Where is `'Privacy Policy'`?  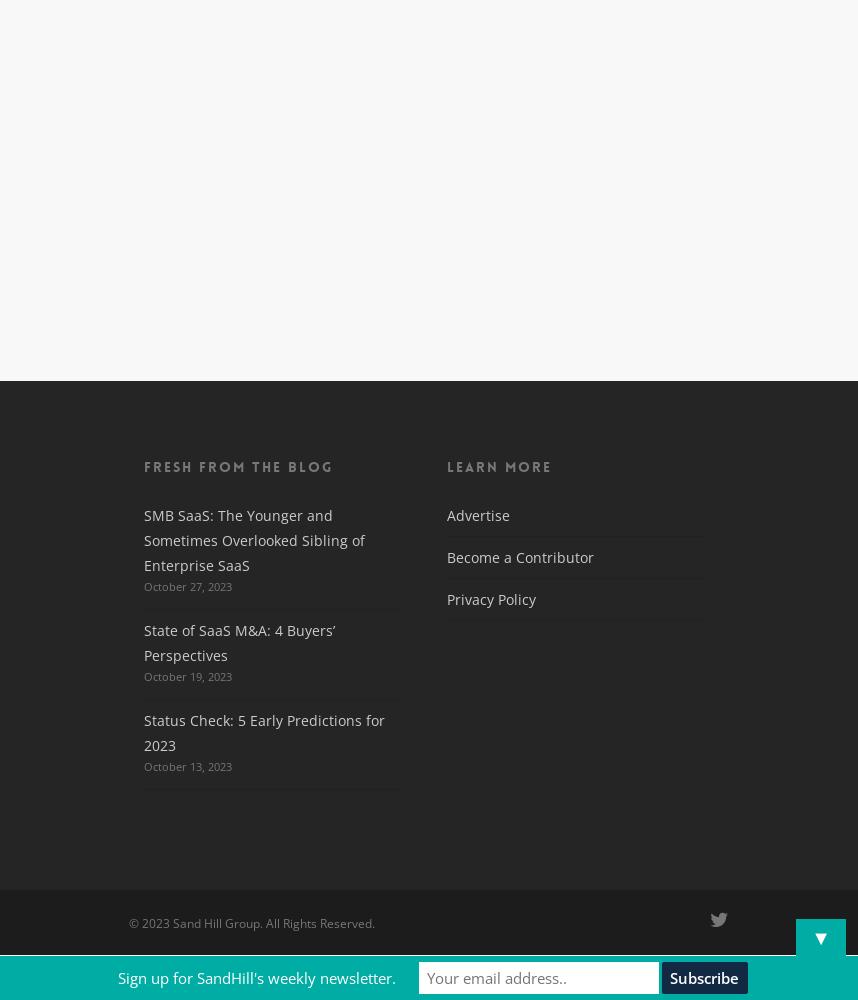
'Privacy Policy' is located at coordinates (447, 598).